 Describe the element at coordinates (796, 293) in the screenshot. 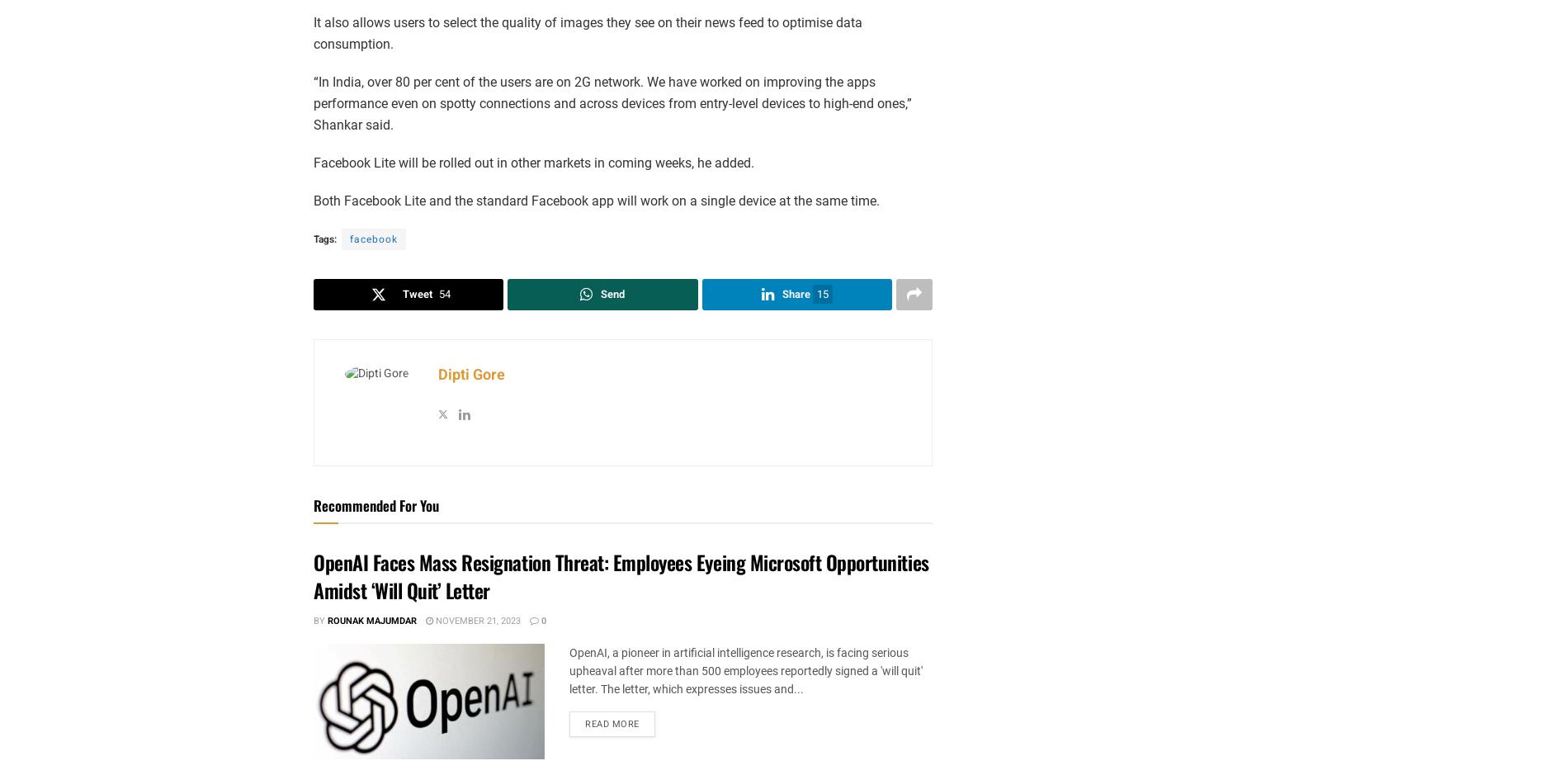

I see `'Share'` at that location.